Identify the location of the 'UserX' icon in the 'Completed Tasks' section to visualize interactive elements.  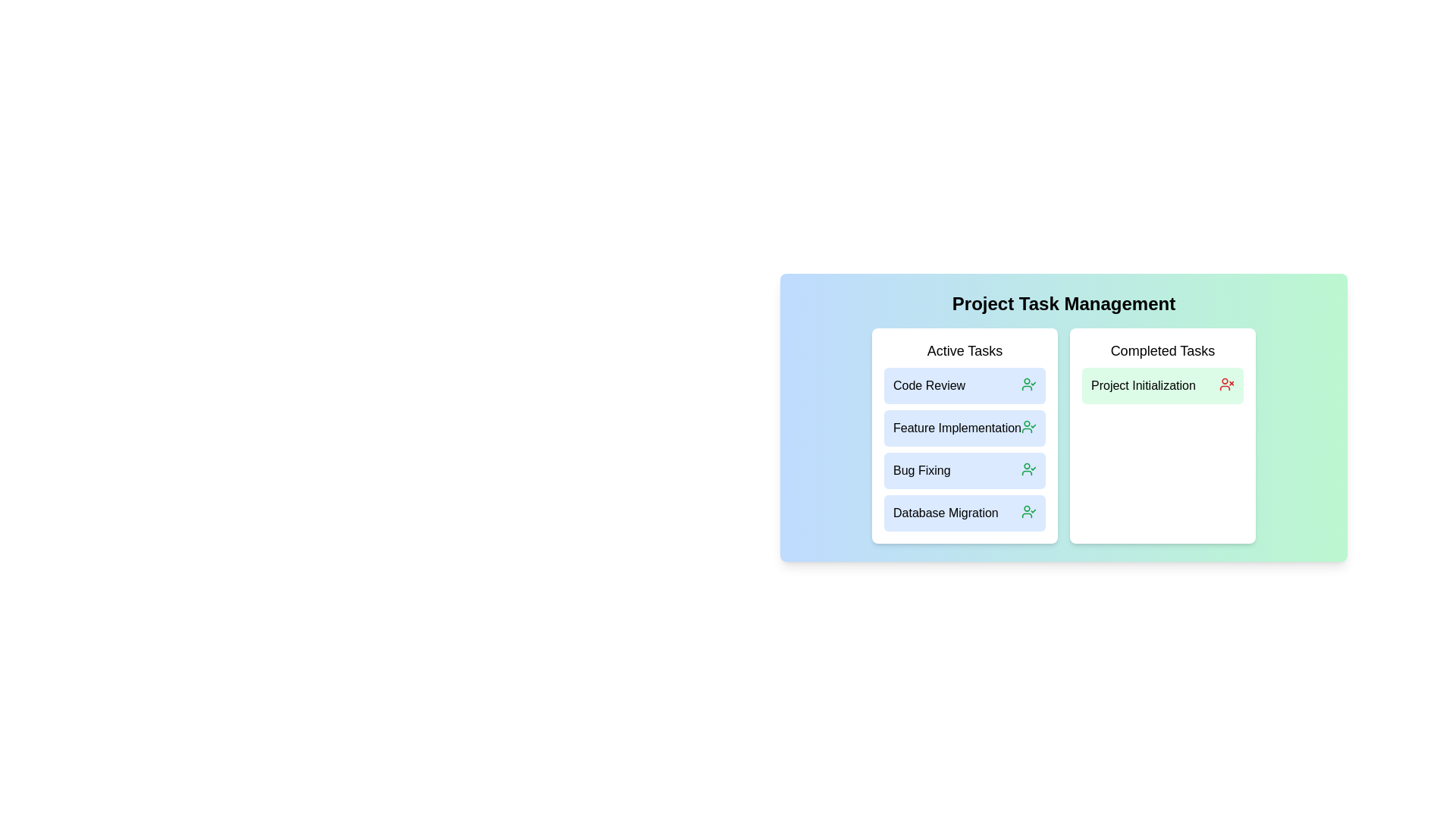
(1226, 383).